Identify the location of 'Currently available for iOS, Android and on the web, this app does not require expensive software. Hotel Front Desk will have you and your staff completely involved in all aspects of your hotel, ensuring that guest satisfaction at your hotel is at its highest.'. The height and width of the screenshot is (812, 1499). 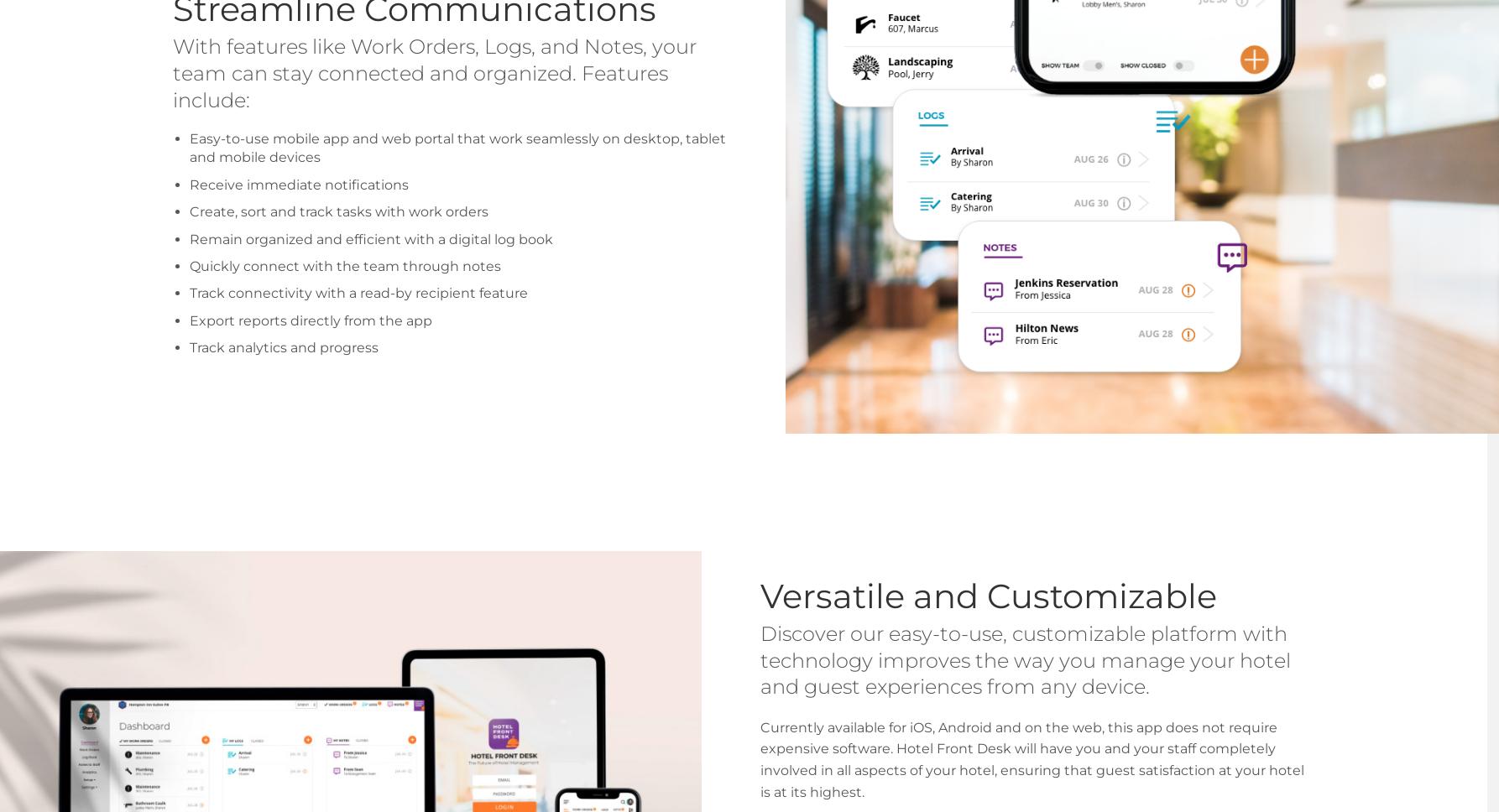
(1032, 758).